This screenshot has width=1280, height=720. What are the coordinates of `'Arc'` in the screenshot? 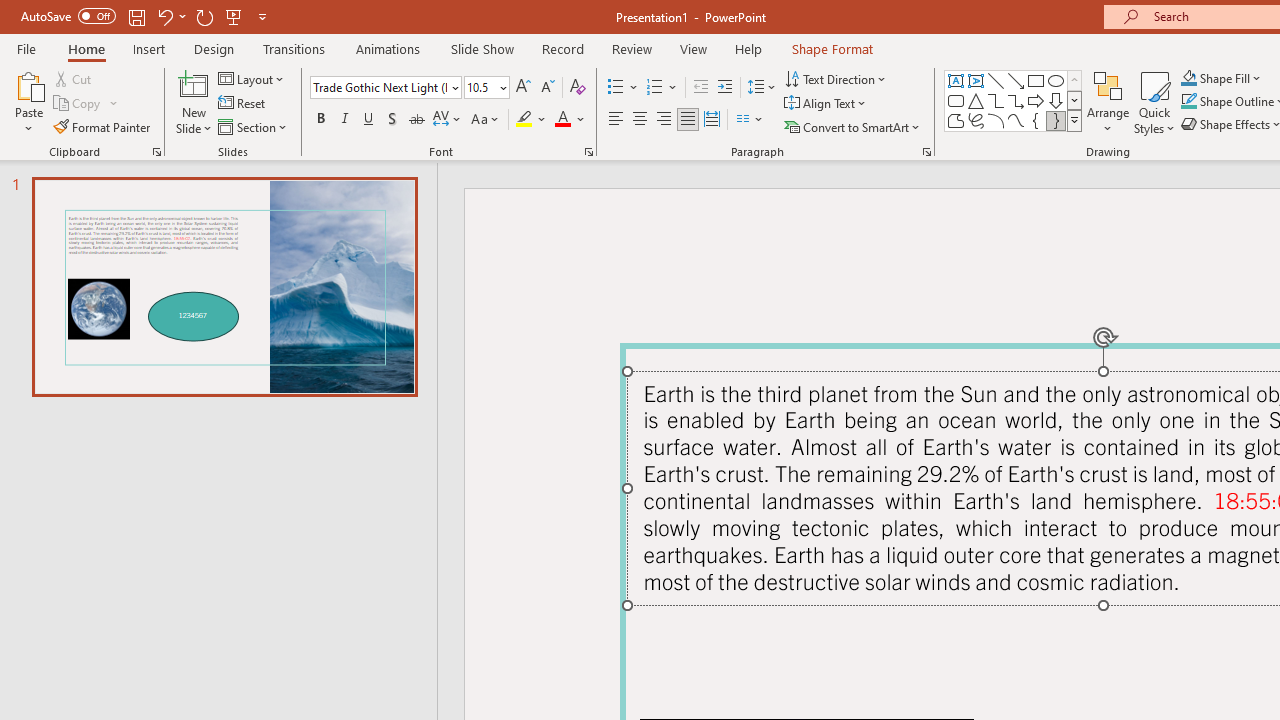 It's located at (995, 120).